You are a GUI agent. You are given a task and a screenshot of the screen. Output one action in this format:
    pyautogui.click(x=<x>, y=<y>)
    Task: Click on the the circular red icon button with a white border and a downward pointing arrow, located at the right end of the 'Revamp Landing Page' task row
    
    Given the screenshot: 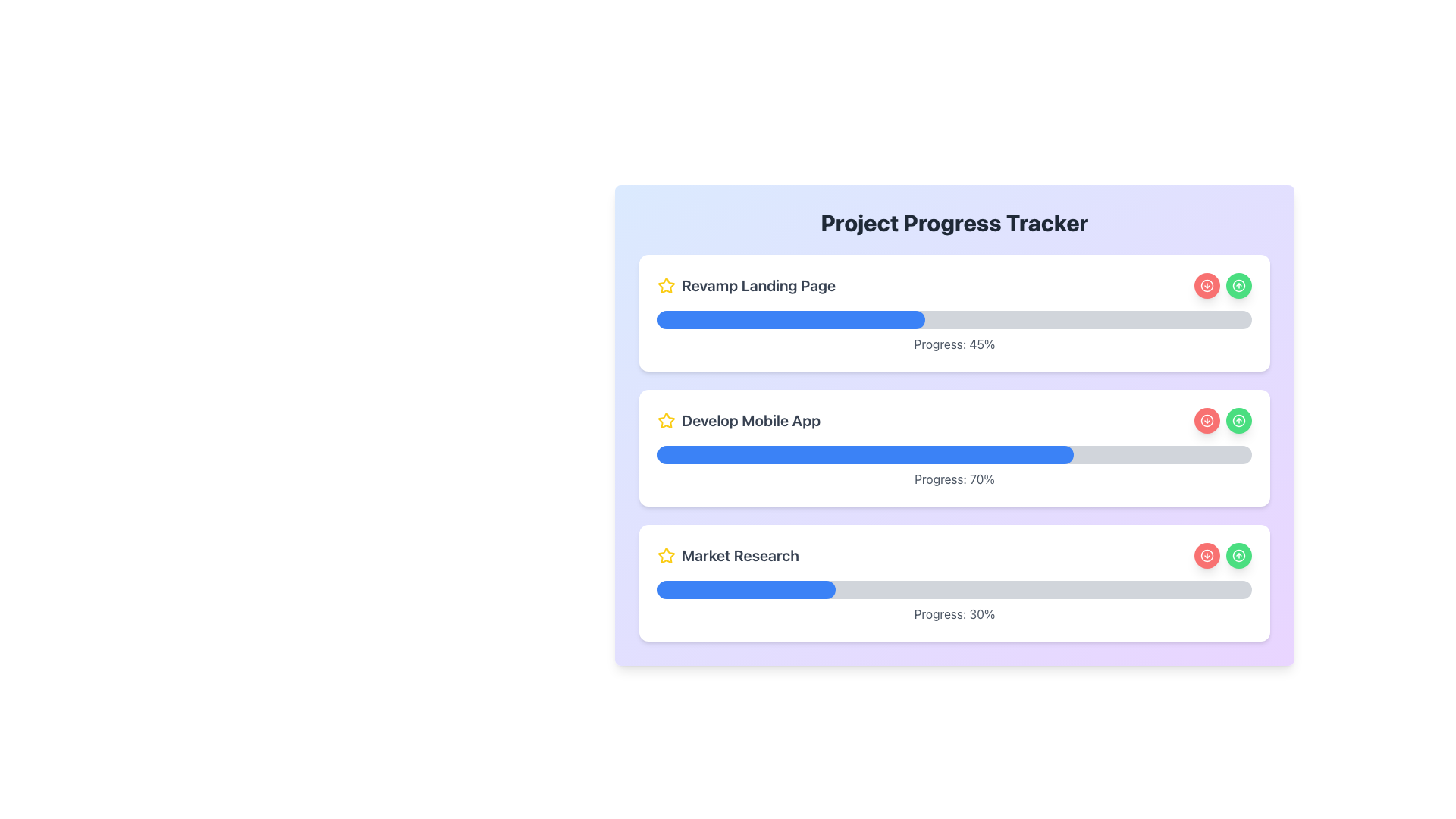 What is the action you would take?
    pyautogui.click(x=1207, y=286)
    